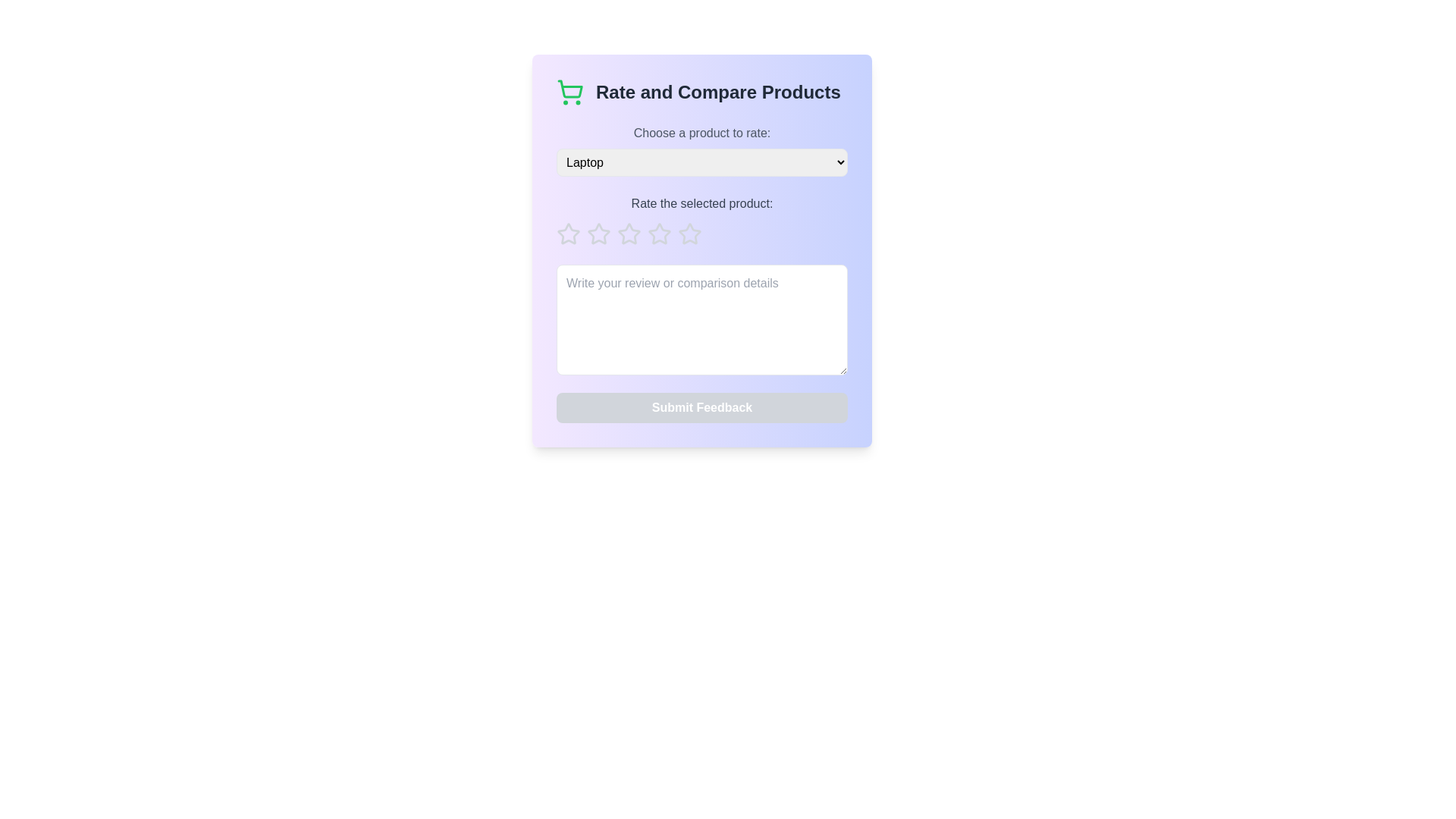 This screenshot has height=819, width=1456. Describe the element at coordinates (570, 89) in the screenshot. I see `the green outline shopping cart icon located above the 'Rate and Compare Products' title text` at that location.